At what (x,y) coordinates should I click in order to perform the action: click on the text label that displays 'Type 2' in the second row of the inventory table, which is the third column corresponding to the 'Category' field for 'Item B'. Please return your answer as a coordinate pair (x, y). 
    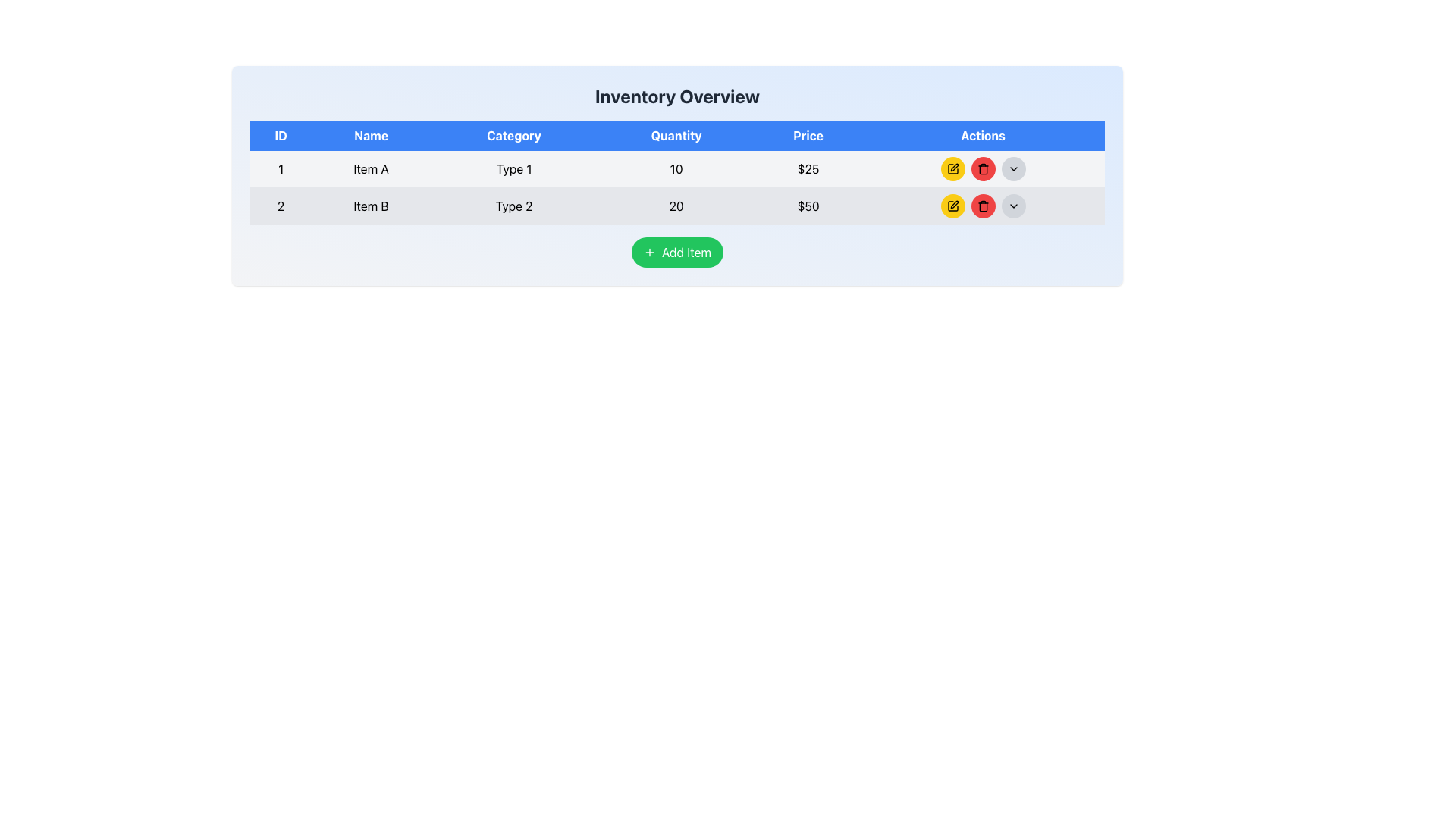
    Looking at the image, I should click on (514, 206).